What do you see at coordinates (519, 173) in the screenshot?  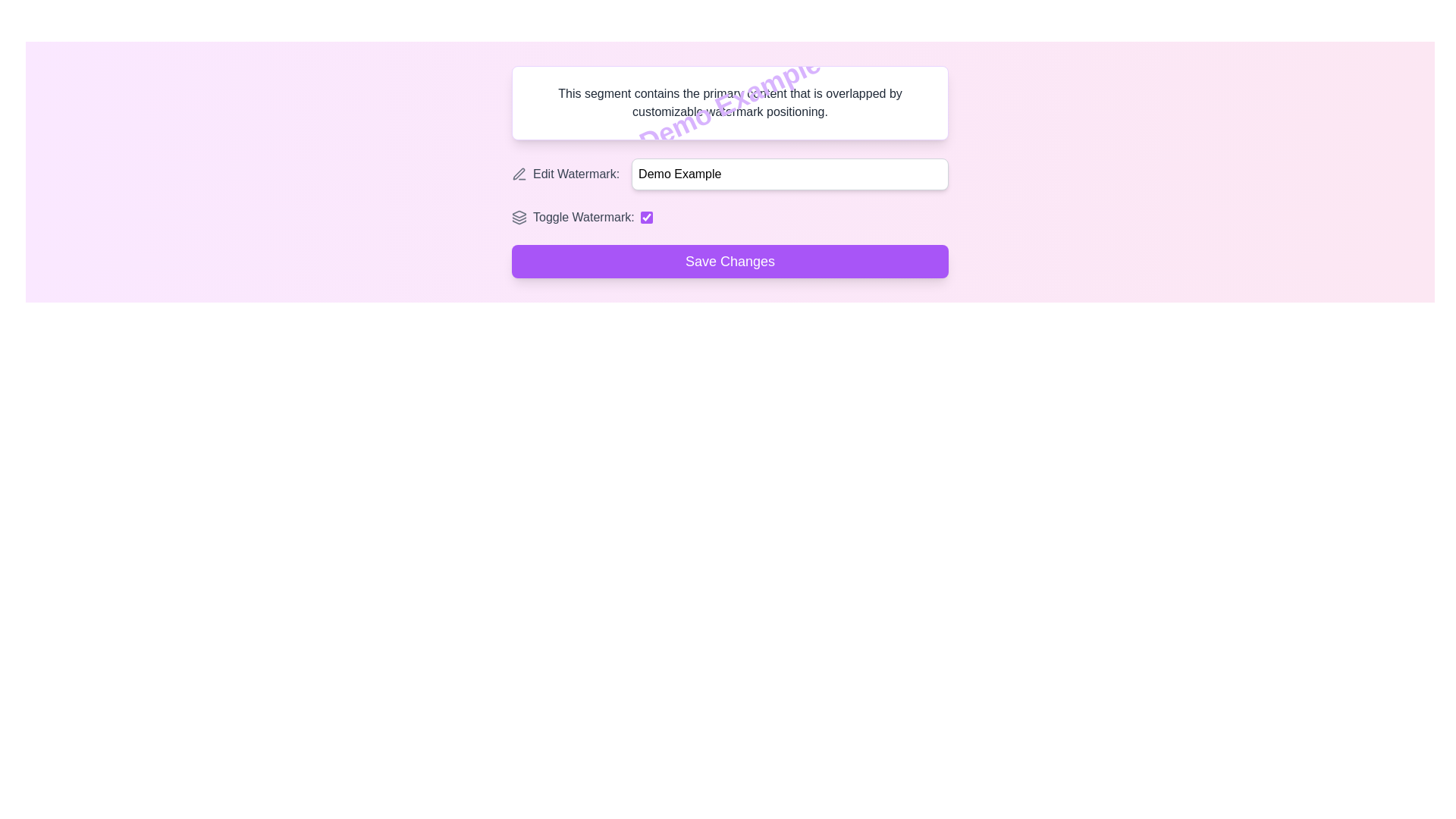 I see `the non-interactive edit icon, which resembles a pen or pencil, located under the label 'Edit Watermark:' to the left of the input field` at bounding box center [519, 173].